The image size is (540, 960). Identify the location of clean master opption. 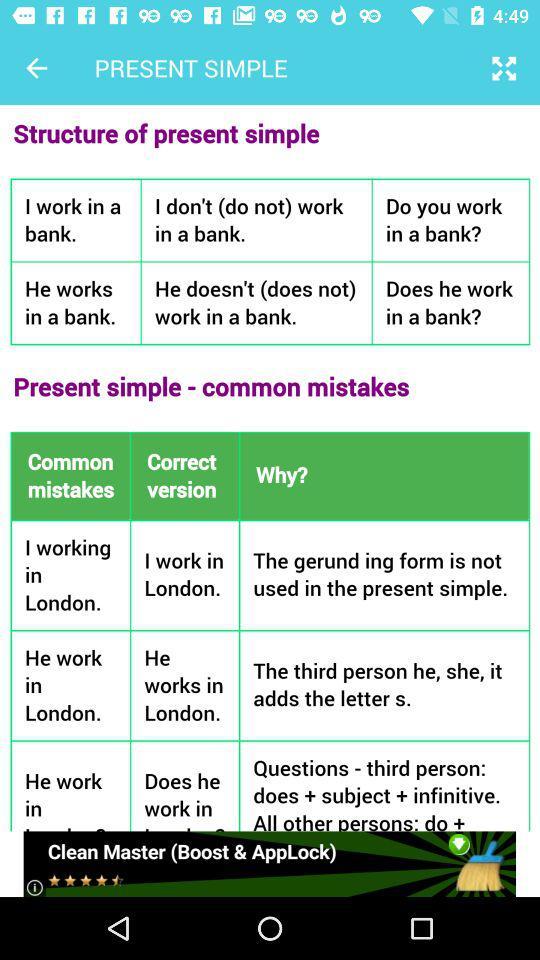
(269, 863).